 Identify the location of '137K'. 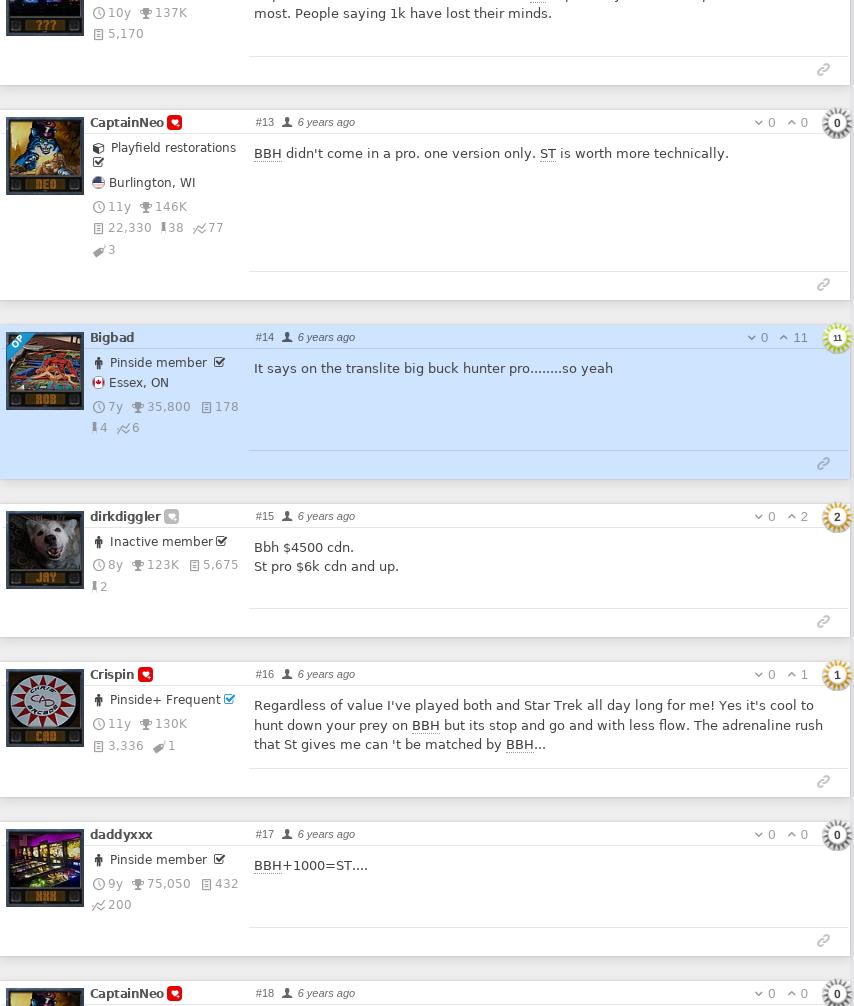
(170, 11).